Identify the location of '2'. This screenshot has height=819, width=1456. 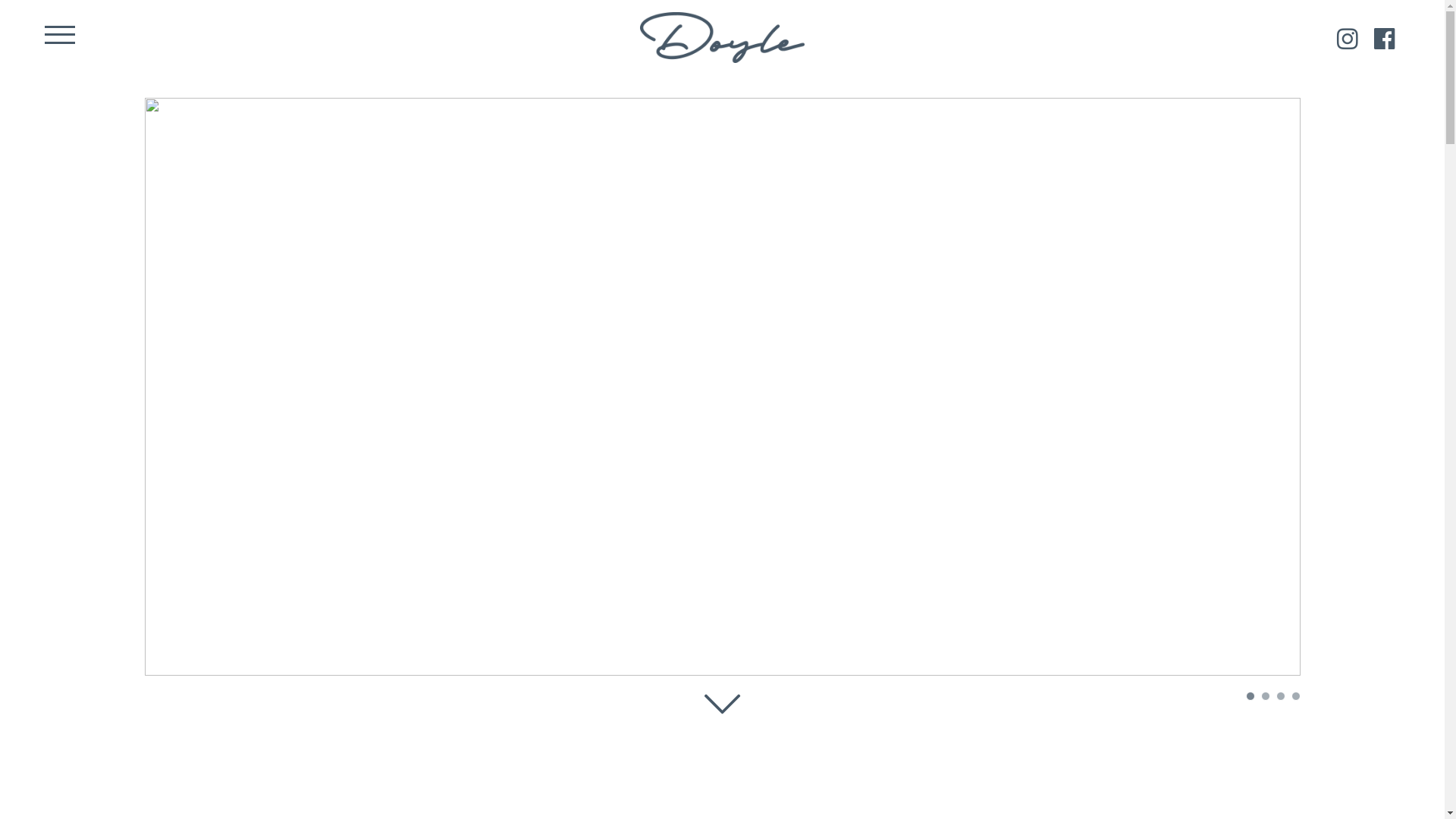
(1262, 696).